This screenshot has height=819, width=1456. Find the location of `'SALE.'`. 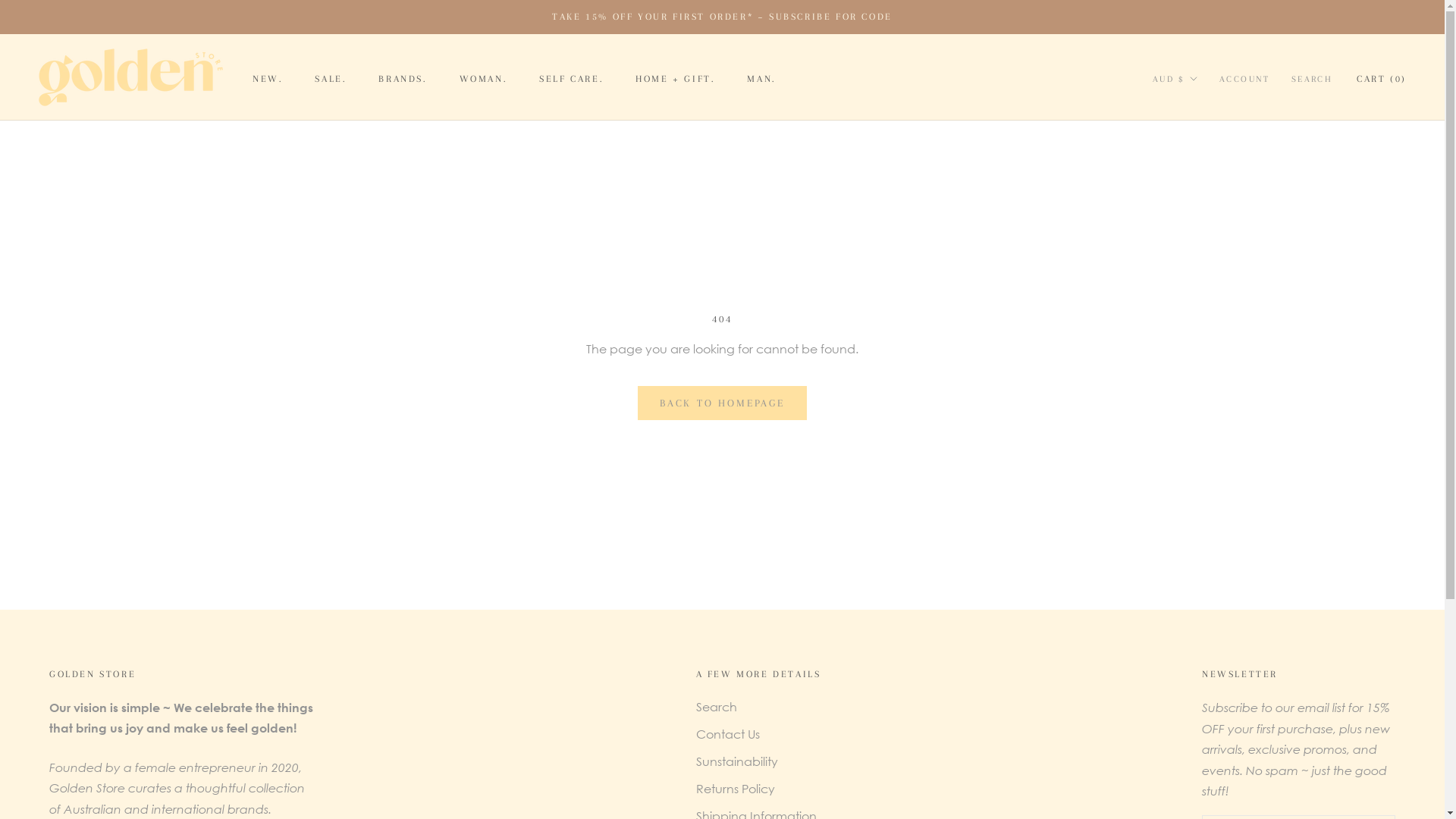

'SALE.' is located at coordinates (330, 79).